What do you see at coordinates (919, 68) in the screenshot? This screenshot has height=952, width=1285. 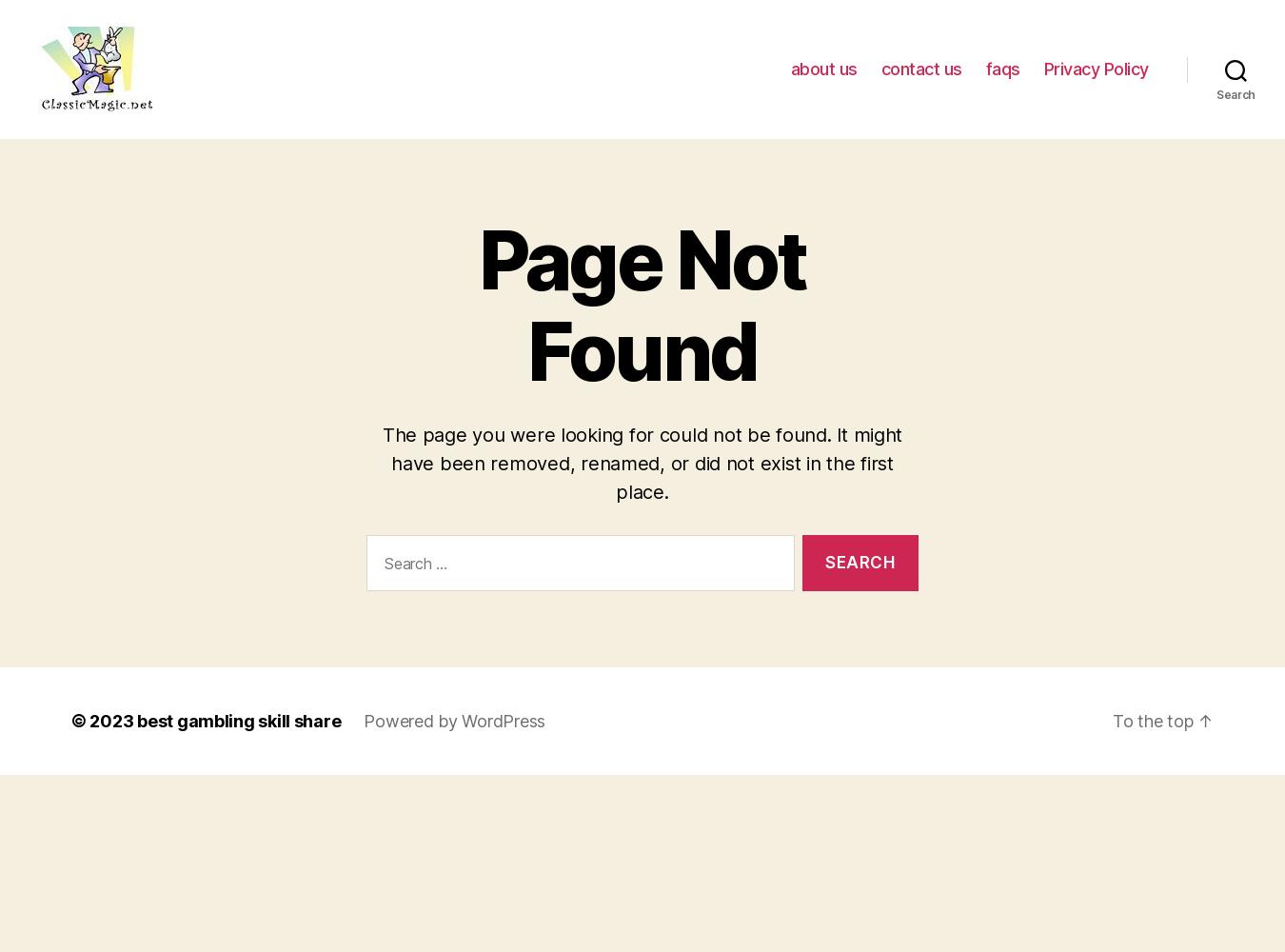 I see `'contact us'` at bounding box center [919, 68].